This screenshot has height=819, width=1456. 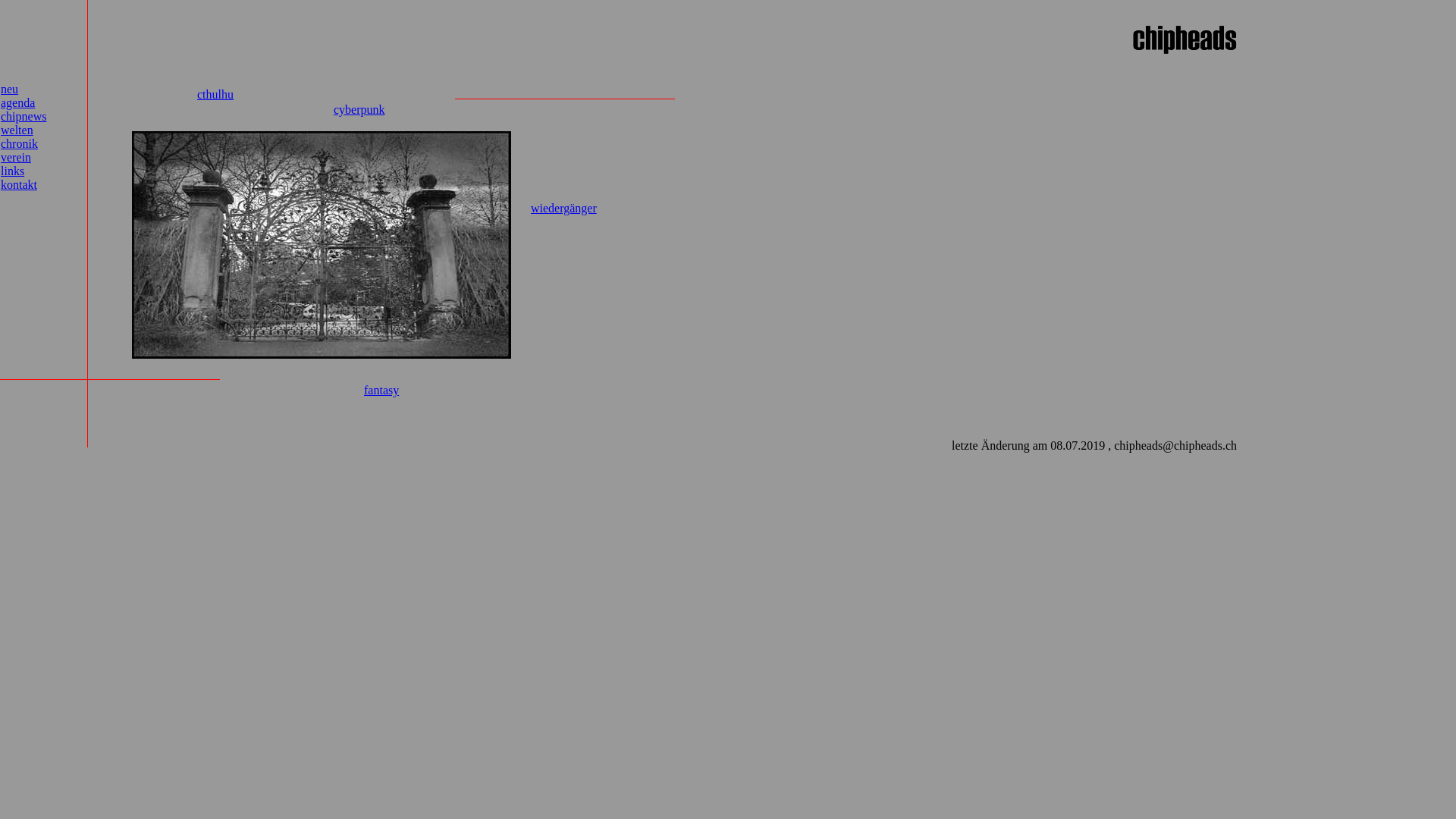 I want to click on 'chipnews', so click(x=23, y=115).